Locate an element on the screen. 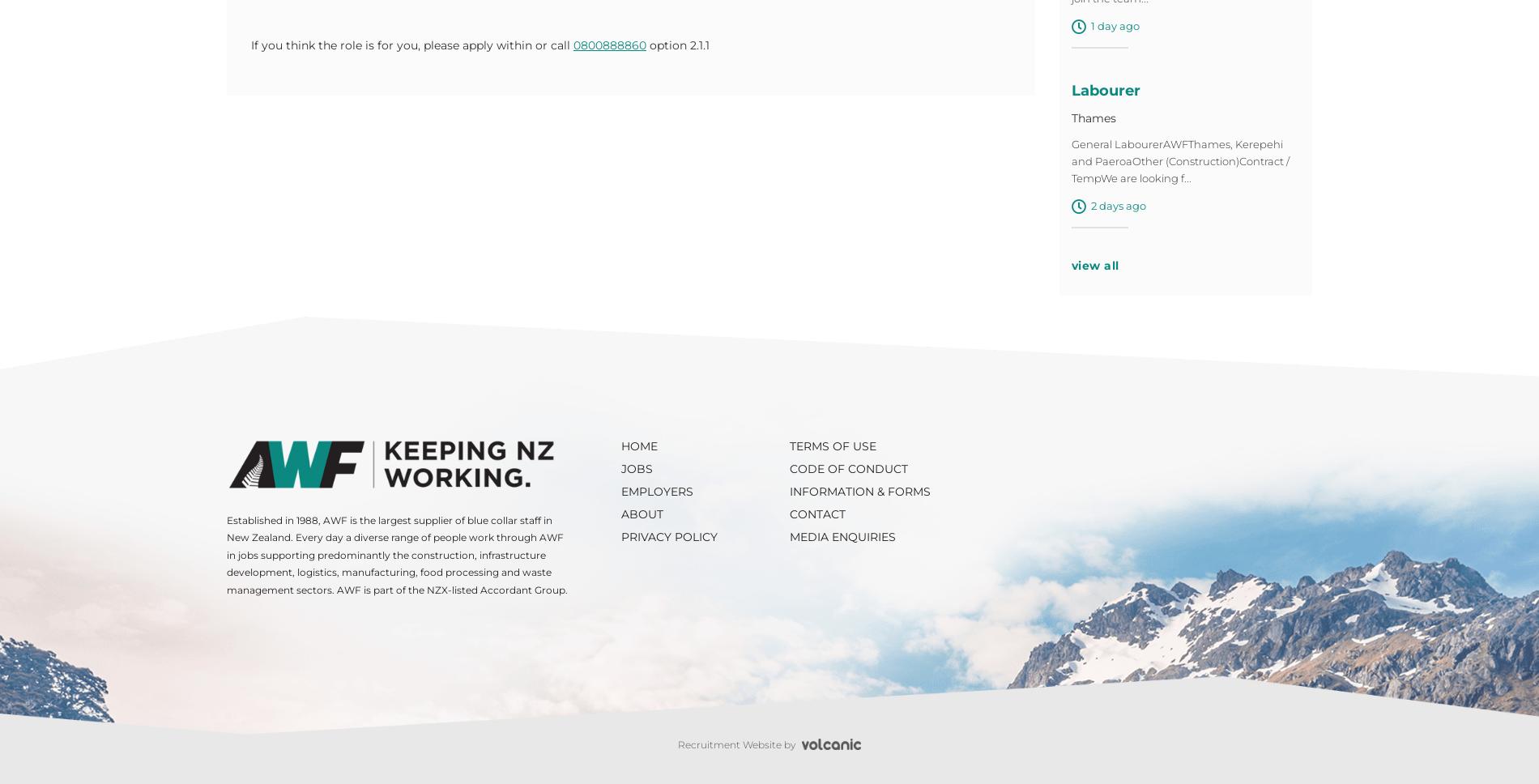 Image resolution: width=1539 pixels, height=784 pixels. 'Established in 1988, AWF is the largest supplier of blue collar staff in New Zealand. Every day a diverse range of people work through AWF in jobs supporting predominantly the construction, infrastructure development, logistics, manufacturing, food processing and waste management sectors. AWF is part of the NZX-listed Accordant Group.' is located at coordinates (226, 558).